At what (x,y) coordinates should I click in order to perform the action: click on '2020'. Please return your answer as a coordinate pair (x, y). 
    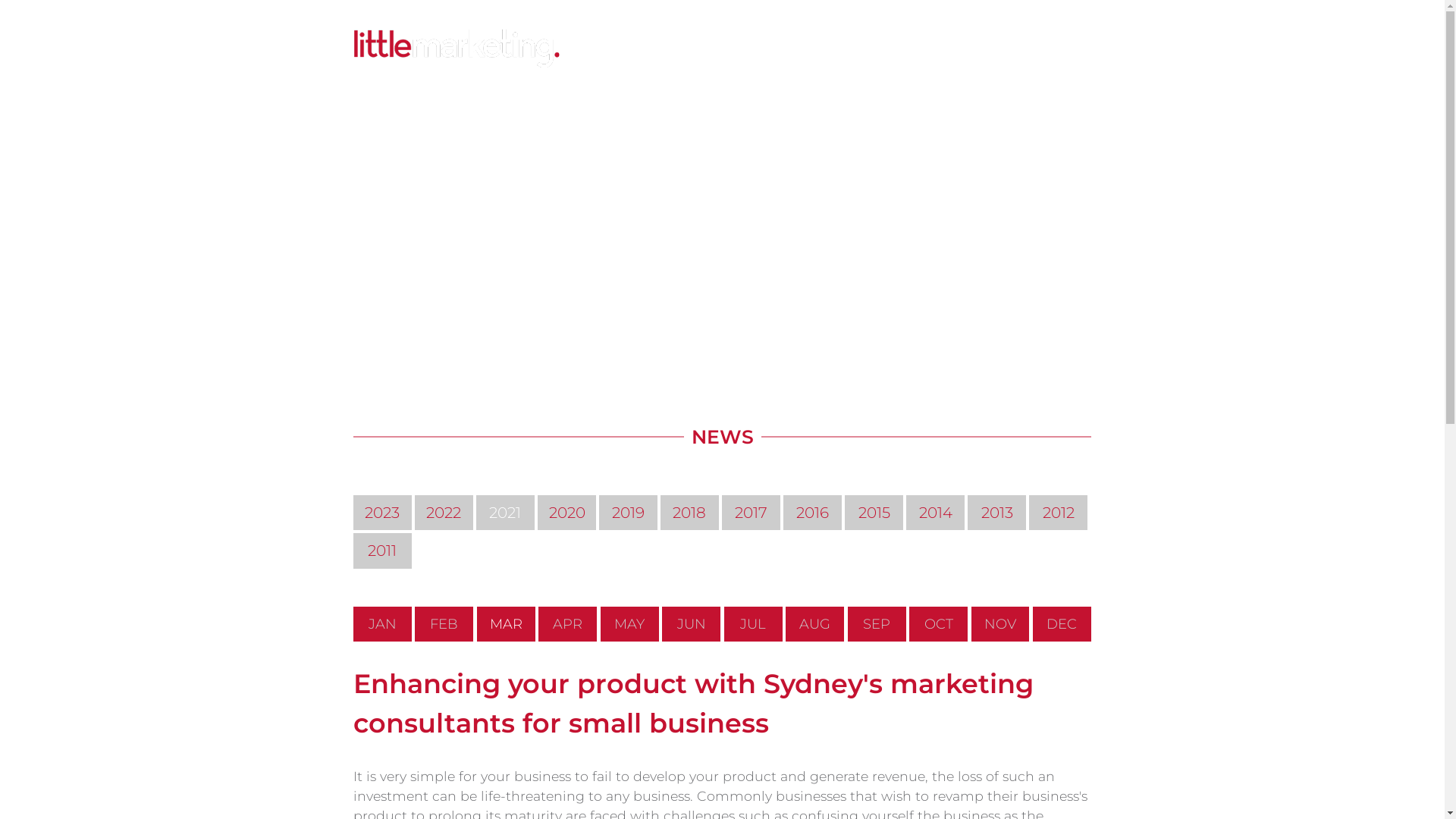
    Looking at the image, I should click on (566, 512).